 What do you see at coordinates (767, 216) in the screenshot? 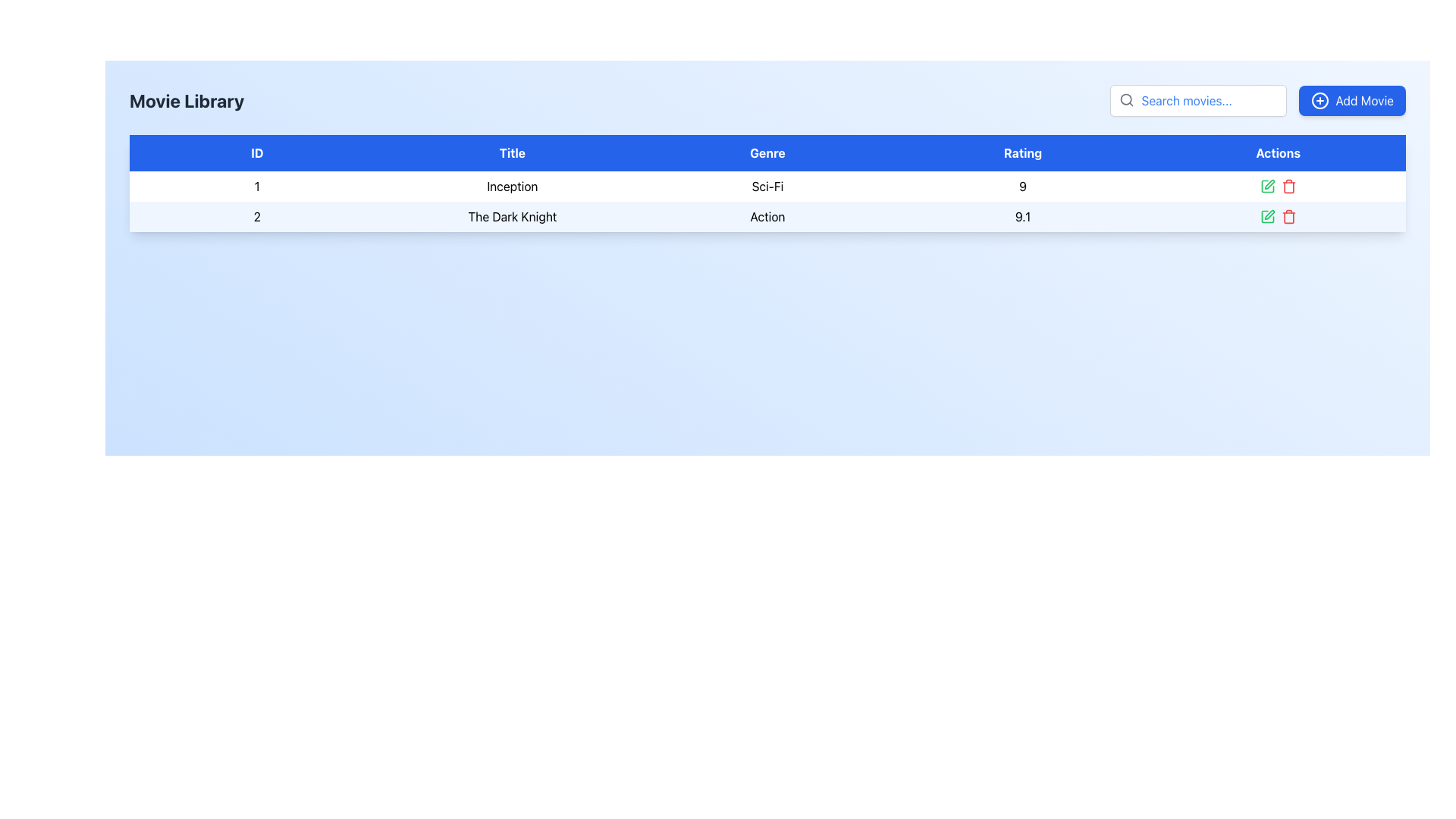
I see `the second row of the data table displaying the movie record for 'The Dark Knight'` at bounding box center [767, 216].